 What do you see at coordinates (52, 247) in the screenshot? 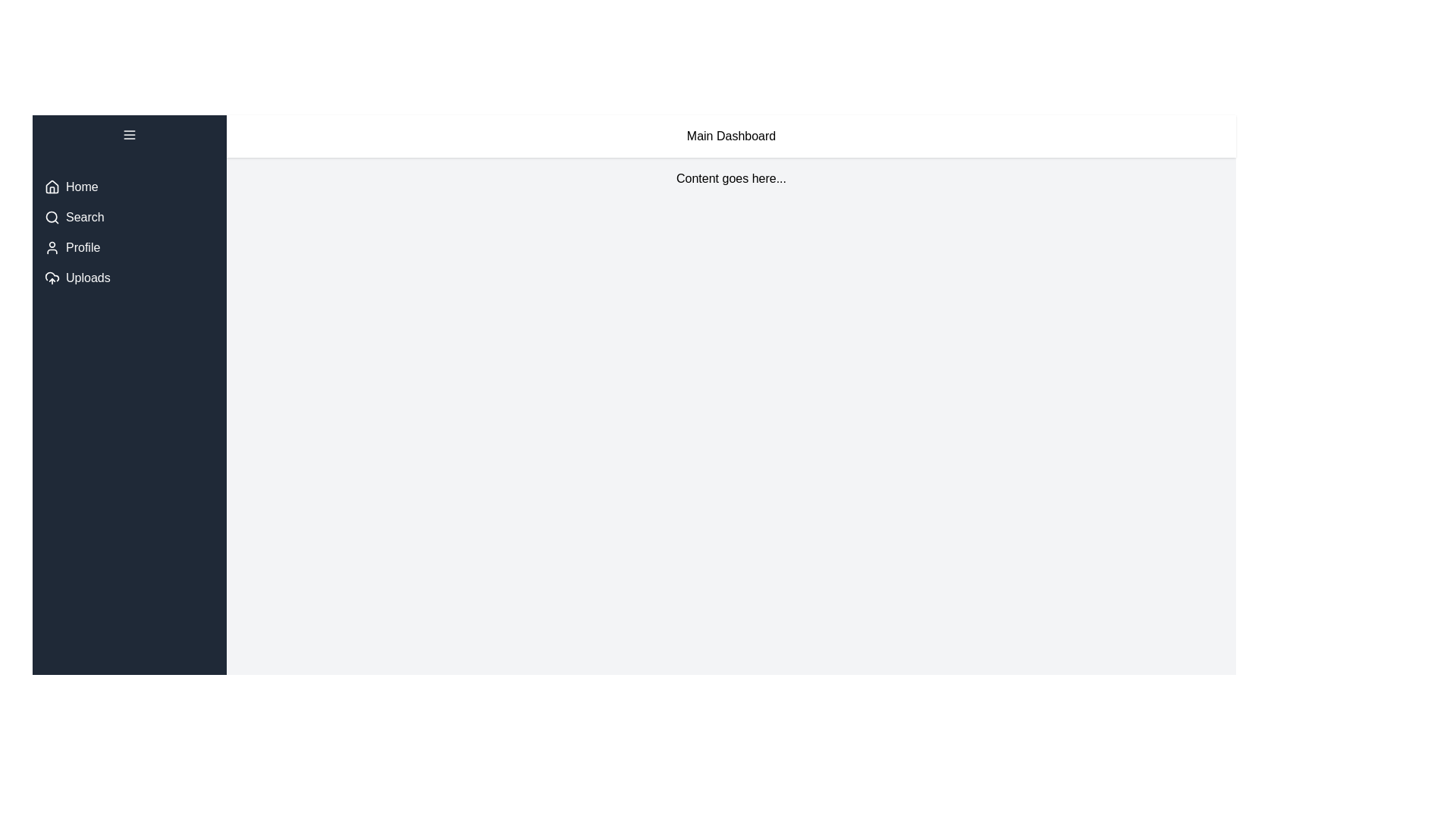
I see `the small, circular user icon located on the left sidebar, positioned between the 'Search' and 'Uploads' items` at bounding box center [52, 247].